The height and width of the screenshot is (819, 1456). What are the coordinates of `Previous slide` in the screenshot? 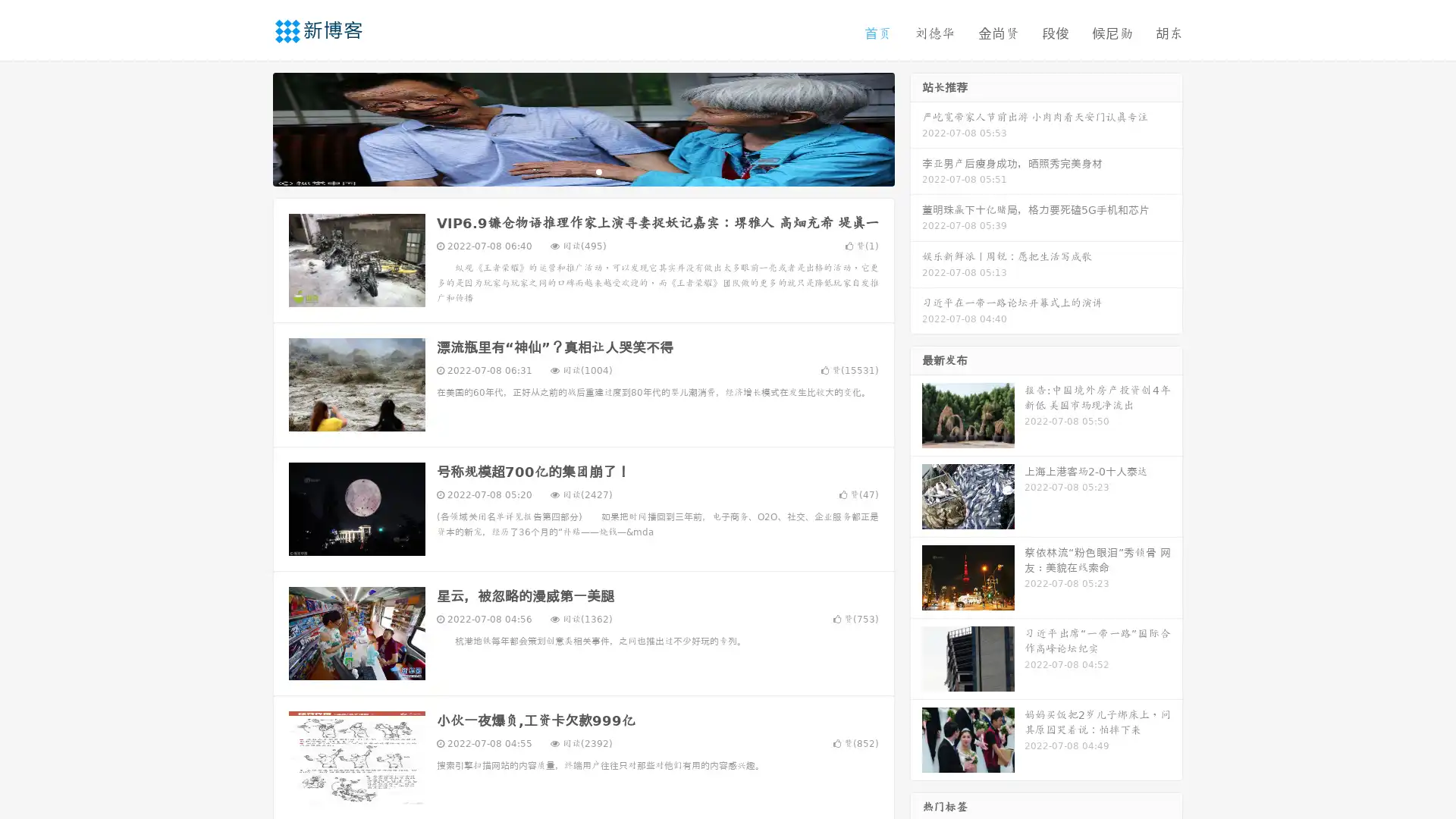 It's located at (250, 127).